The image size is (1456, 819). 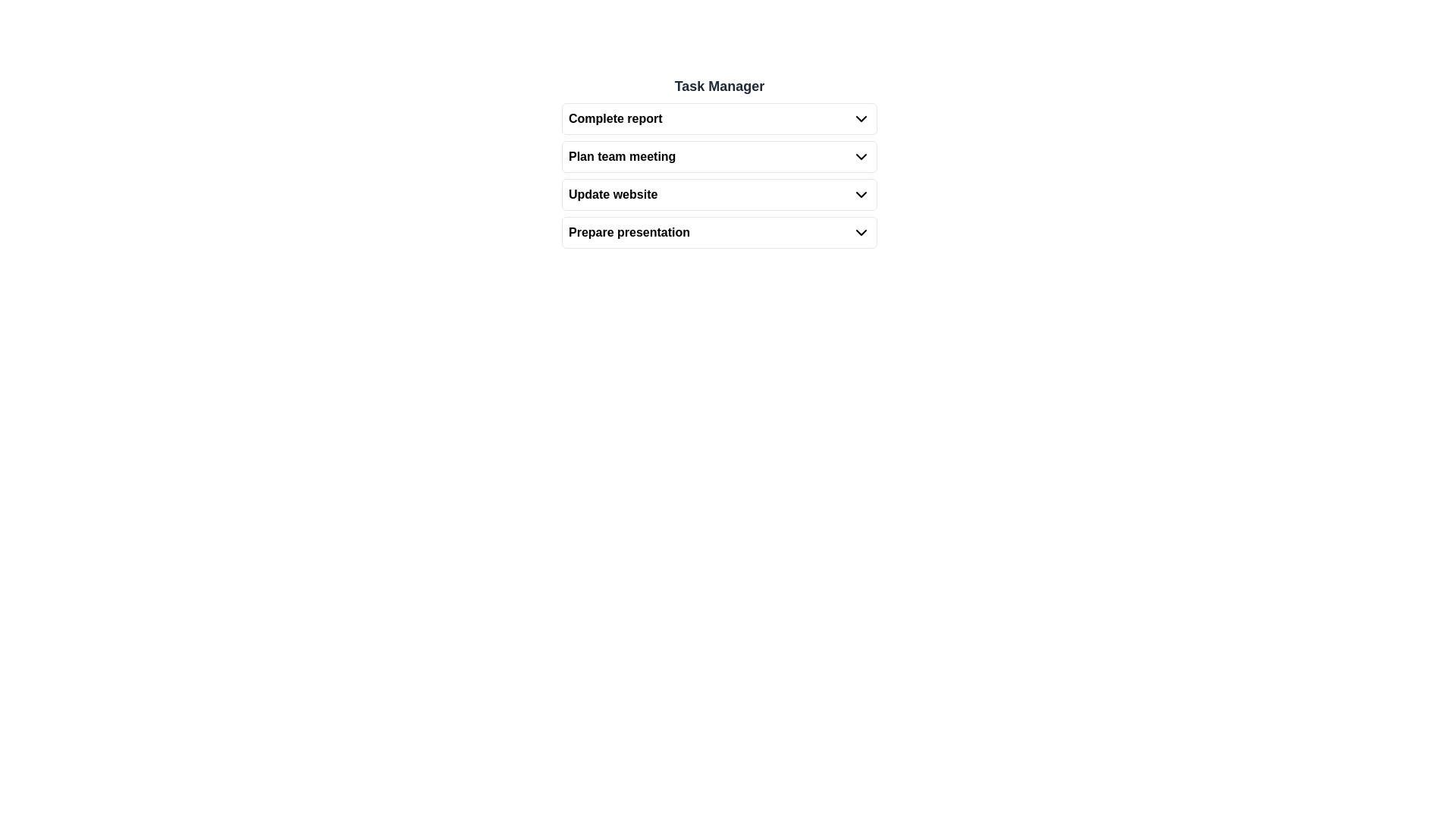 I want to click on the text label displaying 'Prepare presentation' in bold font style, emphasized with a black font color, located in the fourth row of the Task Manager list, so click(x=629, y=233).